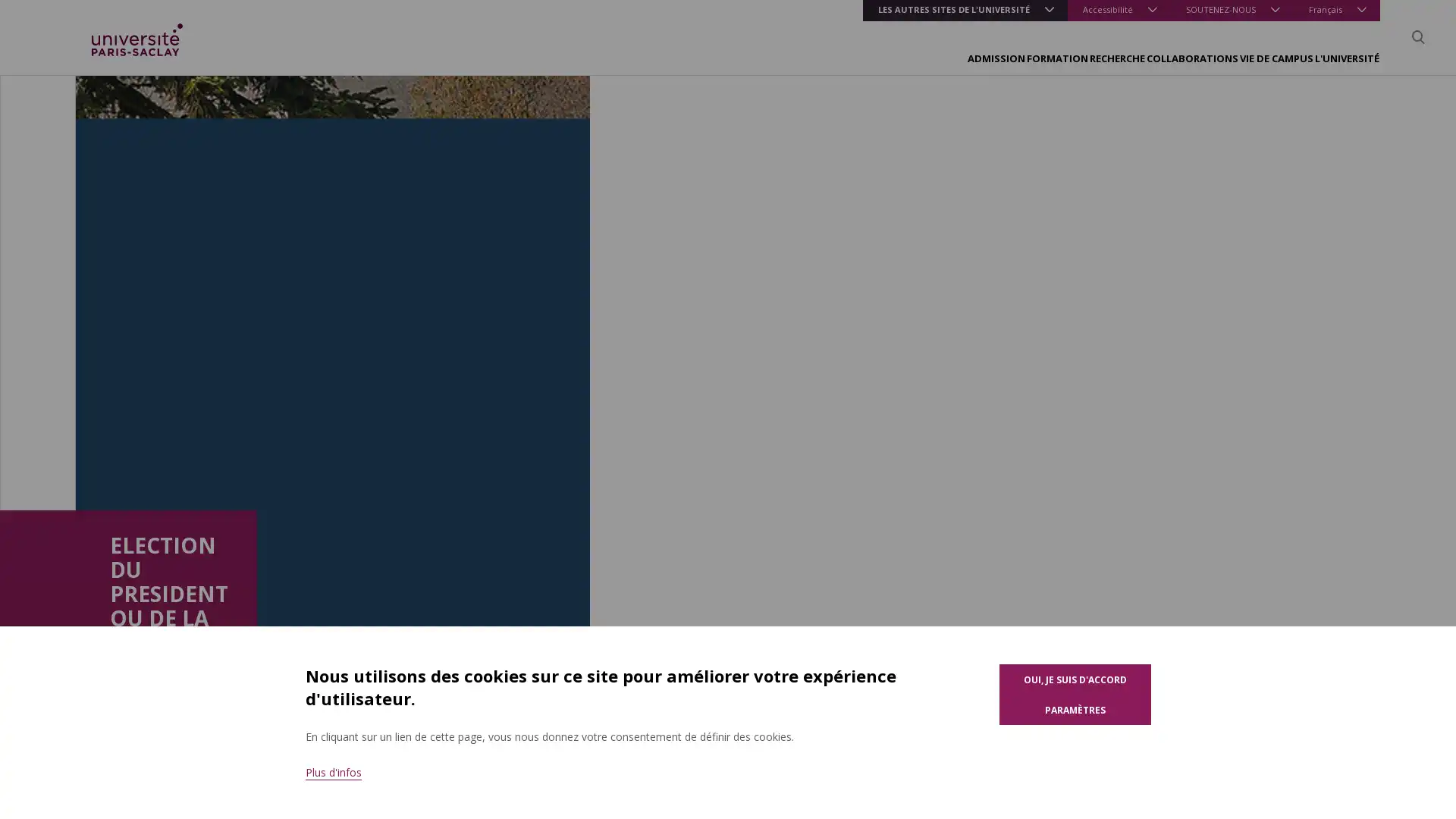  Describe the element at coordinates (1081, 52) in the screenshot. I see `COLLABORATIONS` at that location.